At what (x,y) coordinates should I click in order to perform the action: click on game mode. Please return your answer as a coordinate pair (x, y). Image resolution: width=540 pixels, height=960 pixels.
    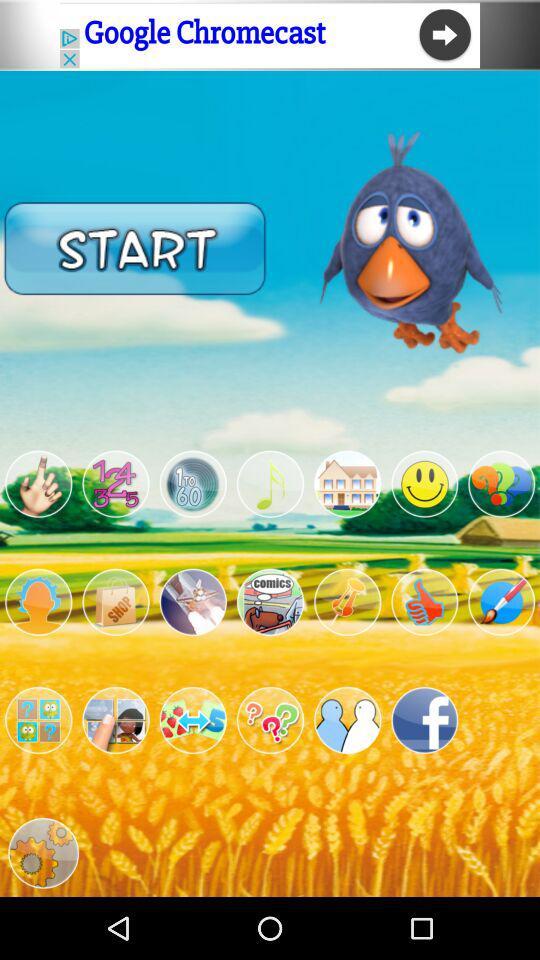
    Looking at the image, I should click on (270, 601).